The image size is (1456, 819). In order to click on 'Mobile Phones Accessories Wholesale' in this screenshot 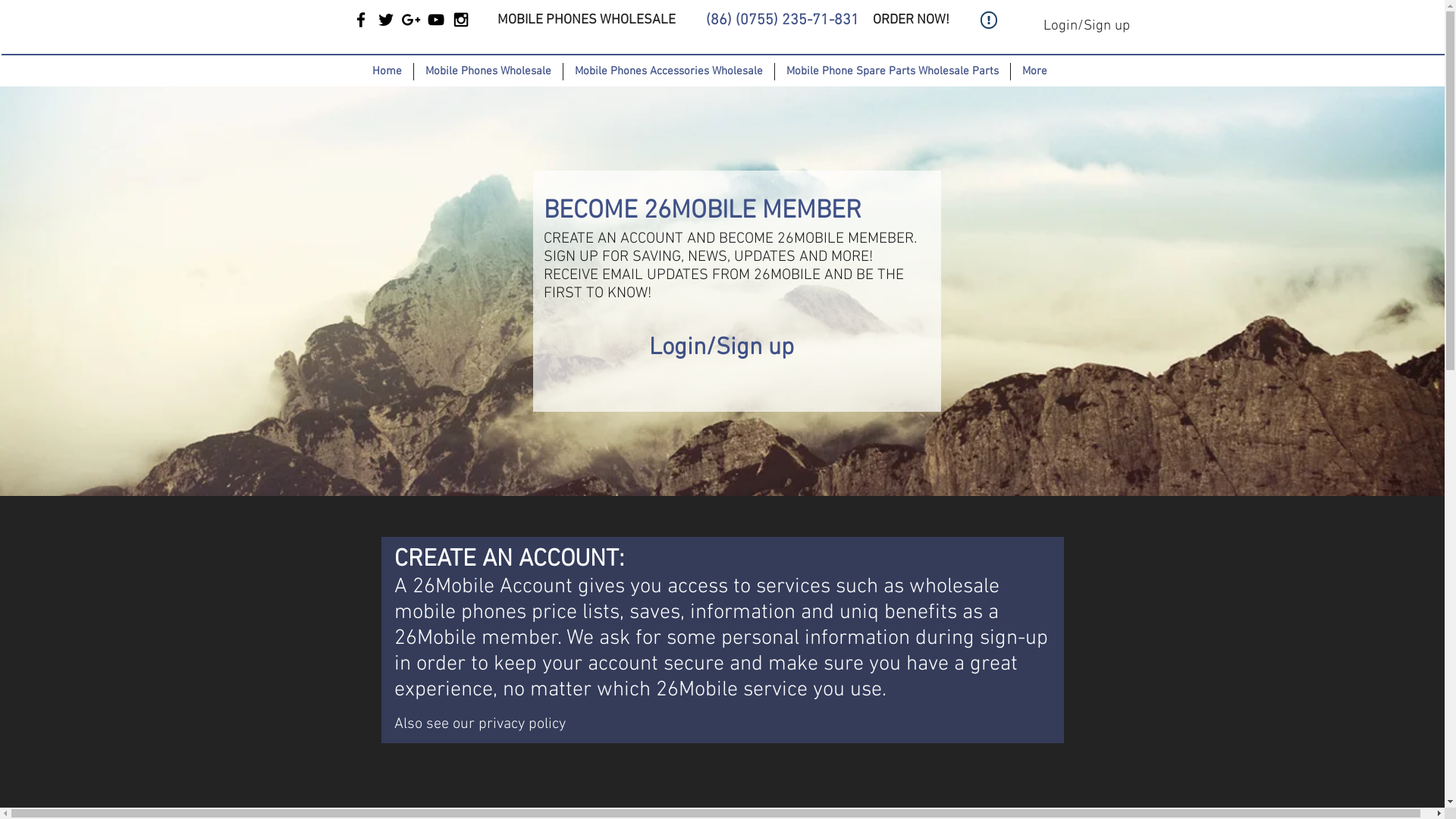, I will do `click(667, 71)`.